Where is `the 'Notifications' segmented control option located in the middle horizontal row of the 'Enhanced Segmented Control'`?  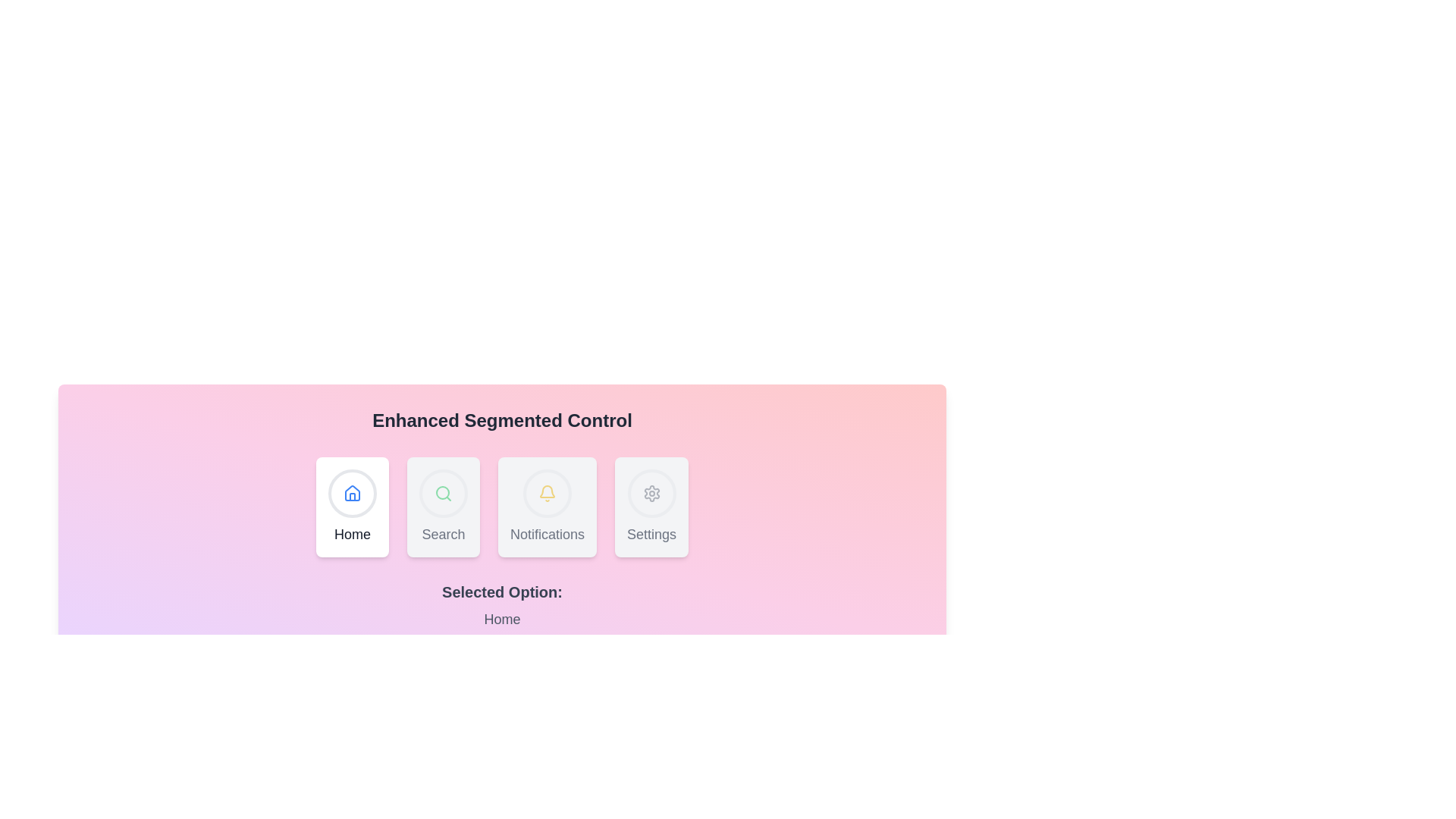 the 'Notifications' segmented control option located in the middle horizontal row of the 'Enhanced Segmented Control' is located at coordinates (502, 507).